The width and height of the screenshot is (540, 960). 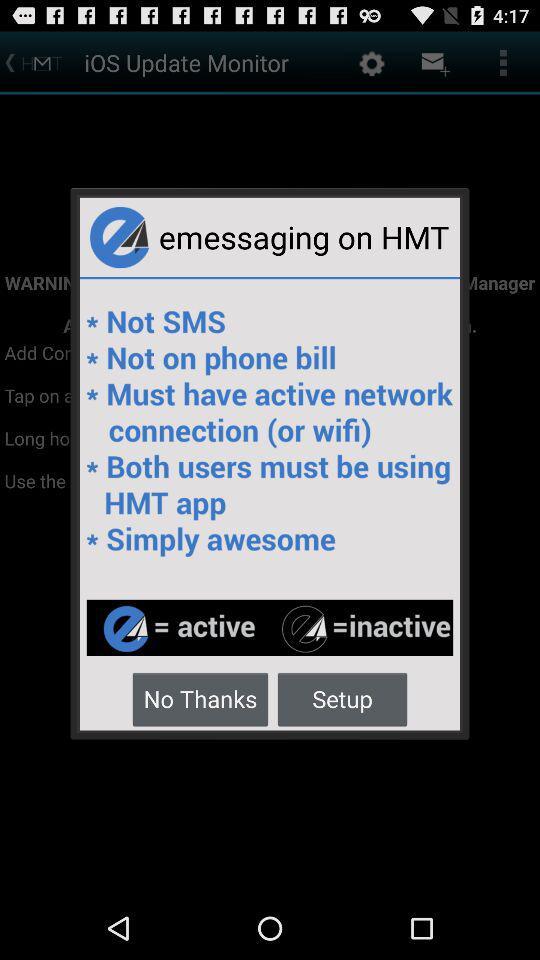 What do you see at coordinates (200, 698) in the screenshot?
I see `the item to the left of the setup` at bounding box center [200, 698].